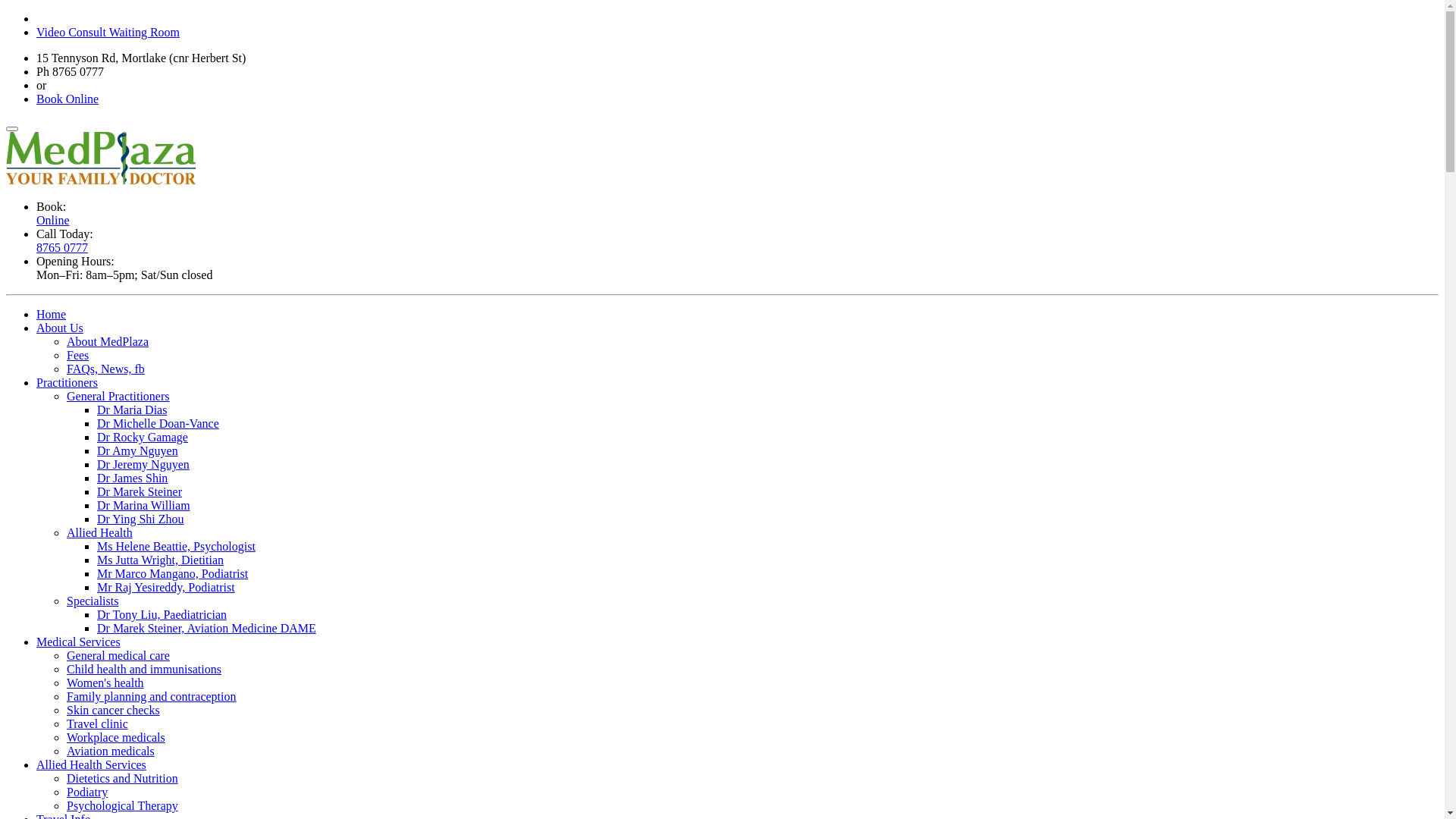 This screenshot has height=819, width=1456. Describe the element at coordinates (86, 791) in the screenshot. I see `'Podiatry'` at that location.